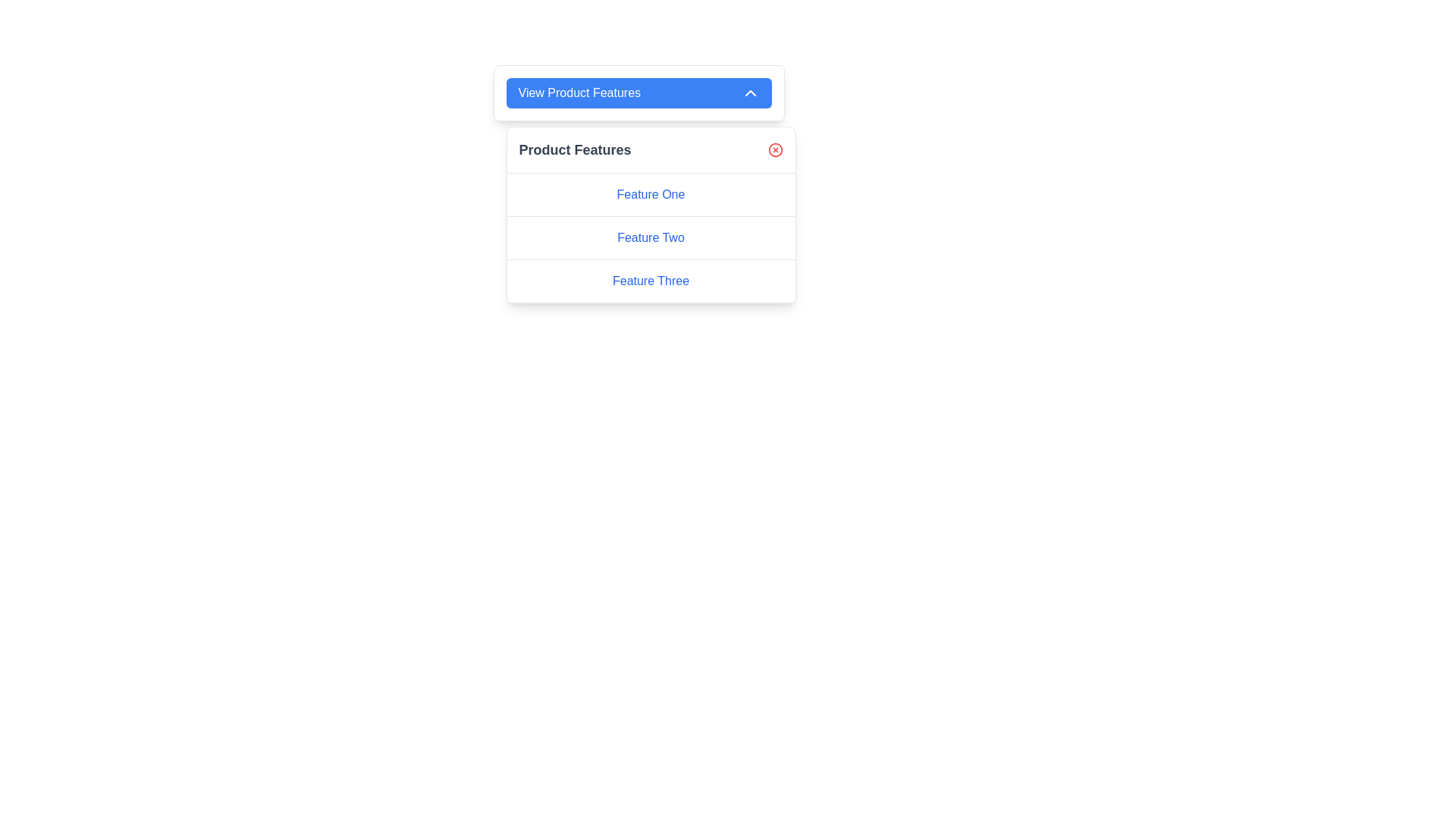  What do you see at coordinates (651, 194) in the screenshot?
I see `the selectable list item labeled 'Feature One'` at bounding box center [651, 194].